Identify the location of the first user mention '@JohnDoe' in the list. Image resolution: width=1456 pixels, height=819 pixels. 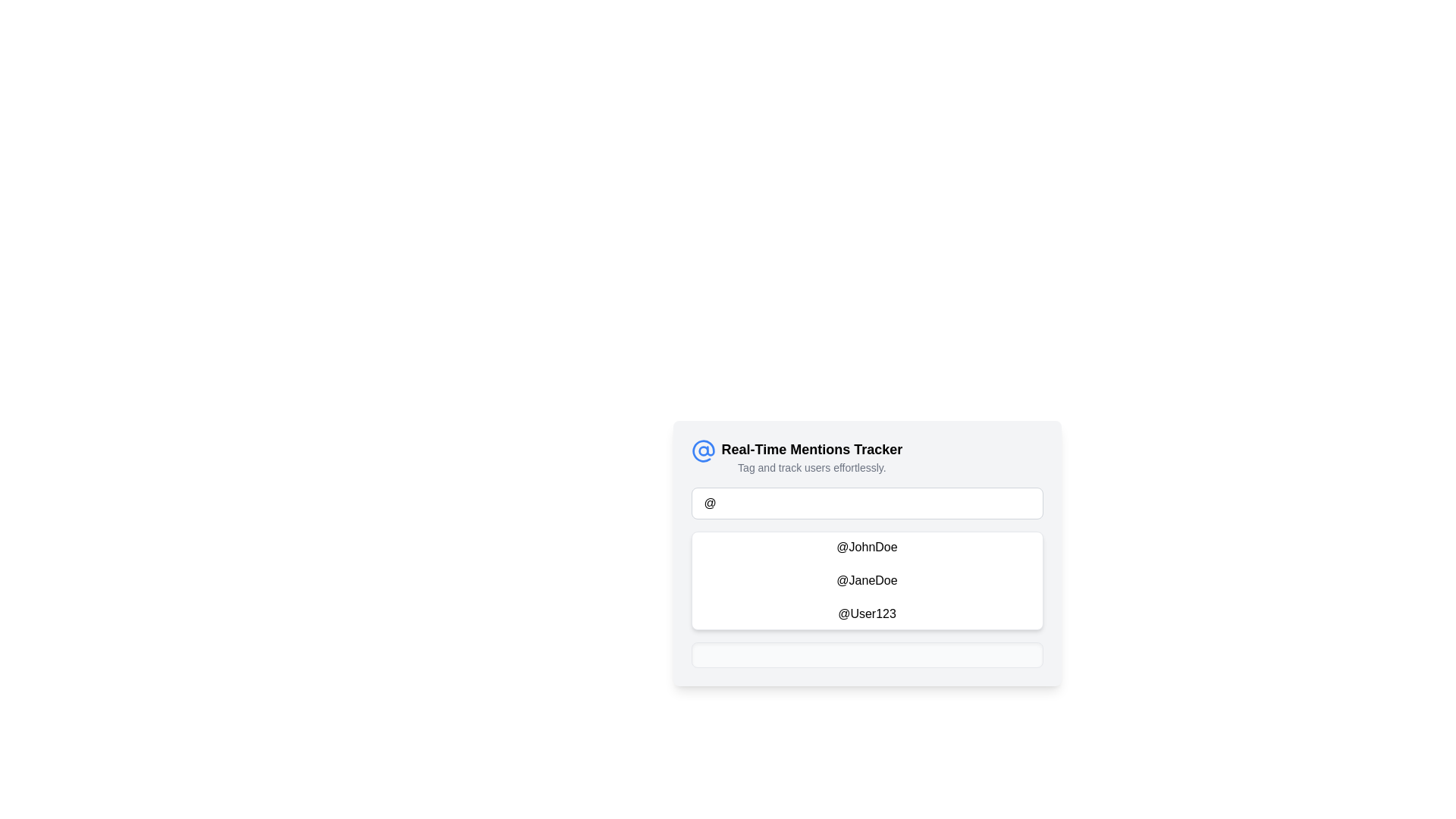
(867, 547).